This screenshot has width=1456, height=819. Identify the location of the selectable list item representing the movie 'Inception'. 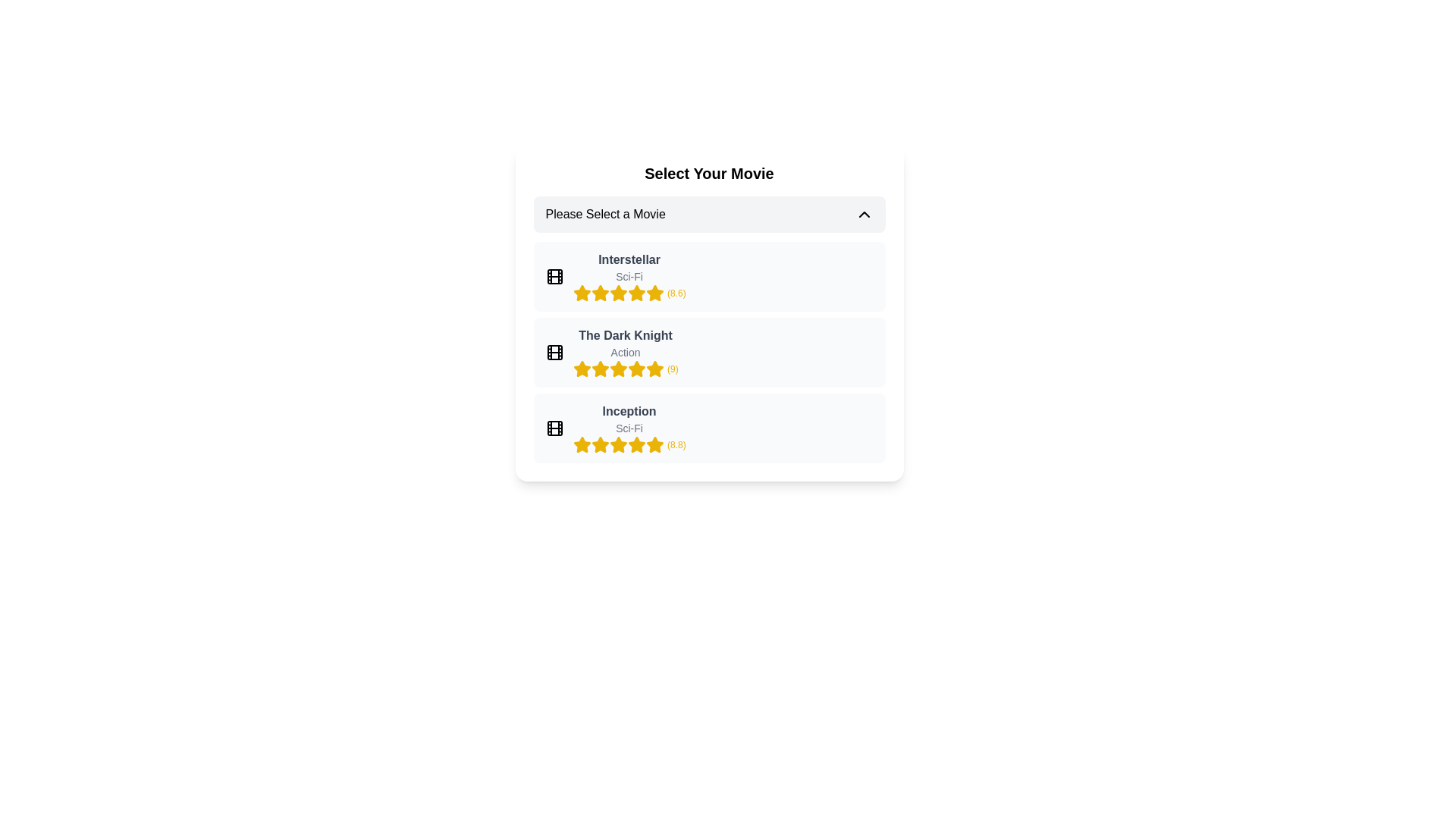
(629, 428).